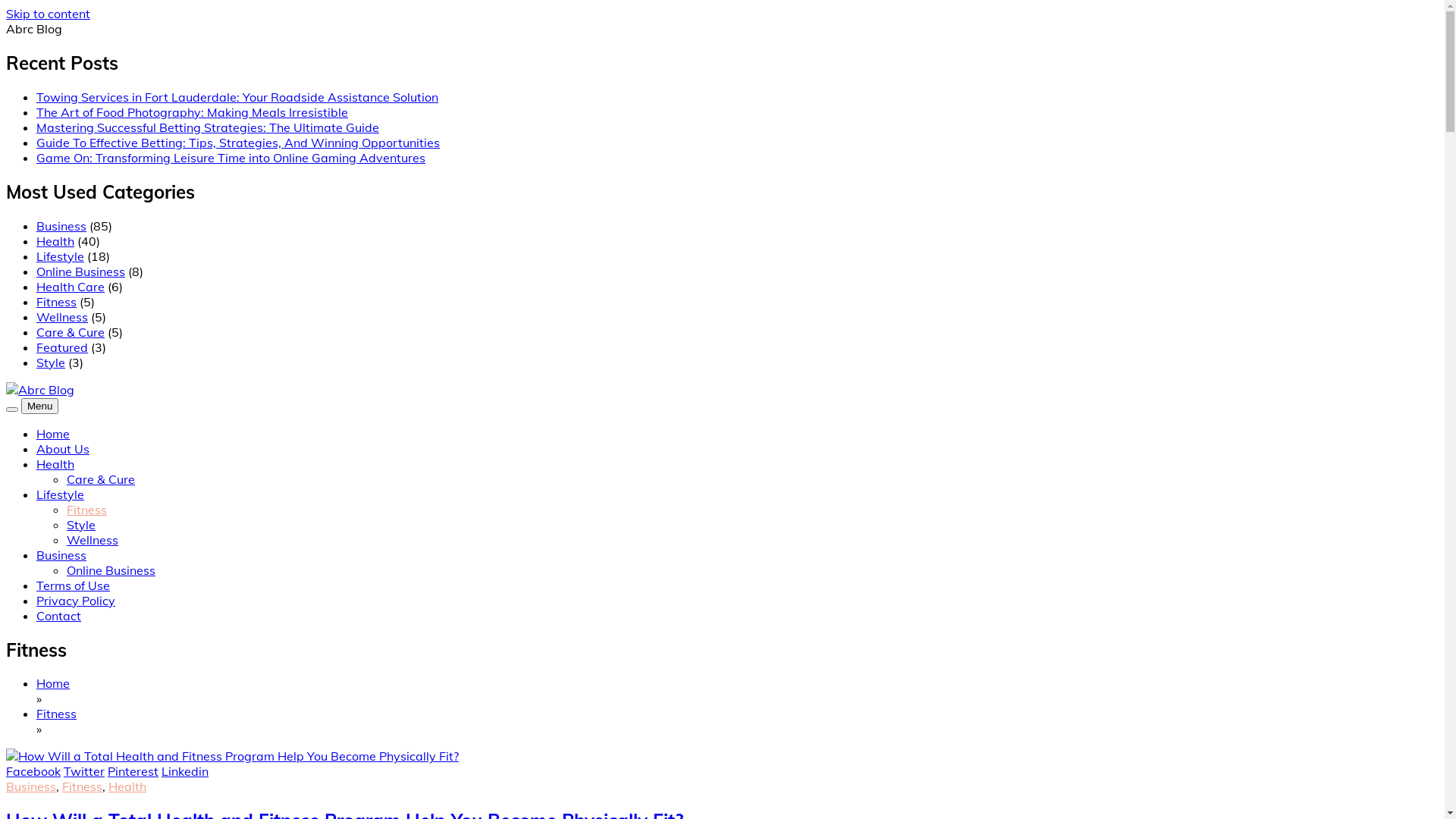 Image resolution: width=1456 pixels, height=819 pixels. What do you see at coordinates (161, 771) in the screenshot?
I see `'Linkedin'` at bounding box center [161, 771].